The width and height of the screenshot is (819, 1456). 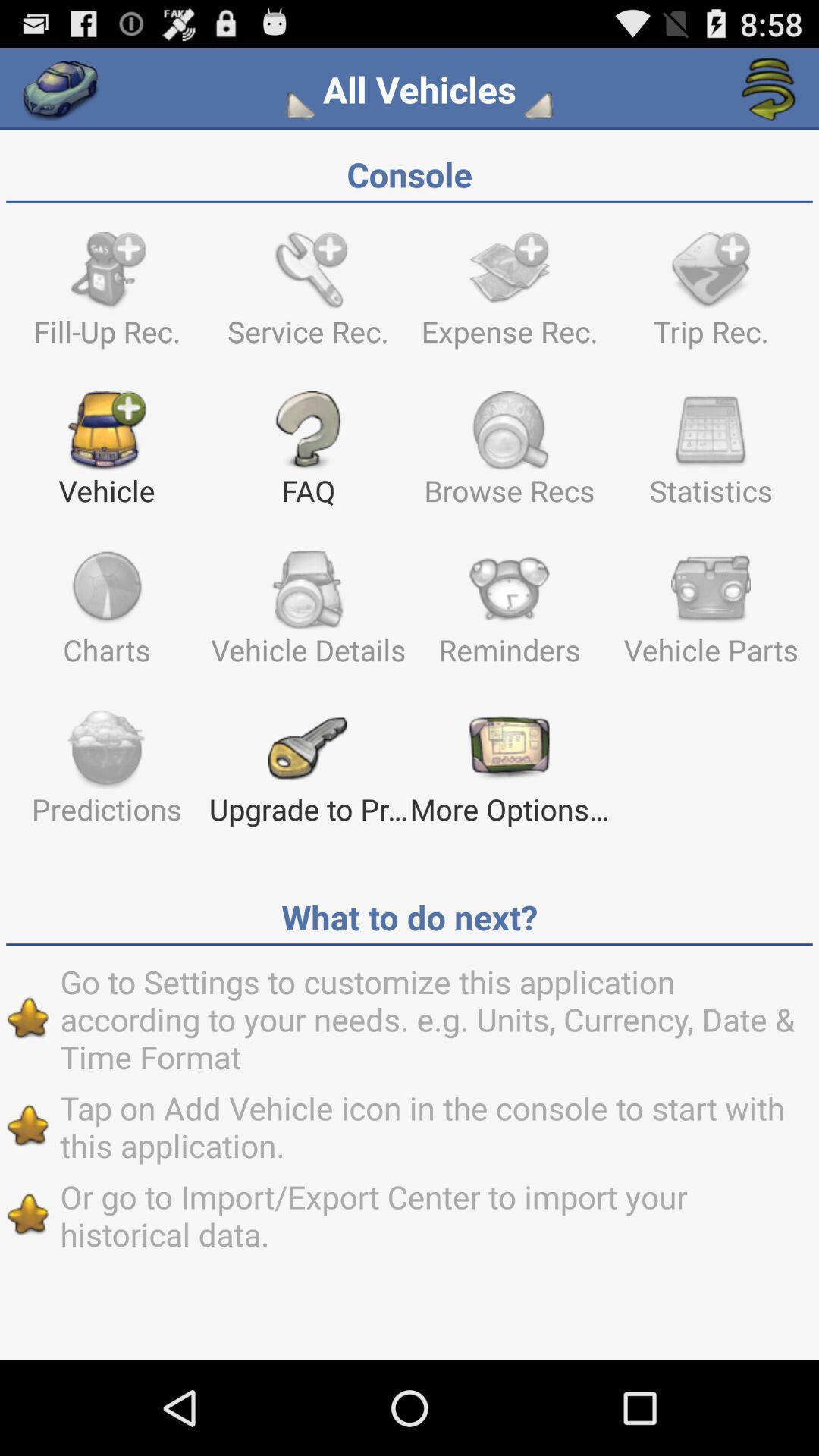 What do you see at coordinates (509, 455) in the screenshot?
I see `the browse recs icon` at bounding box center [509, 455].